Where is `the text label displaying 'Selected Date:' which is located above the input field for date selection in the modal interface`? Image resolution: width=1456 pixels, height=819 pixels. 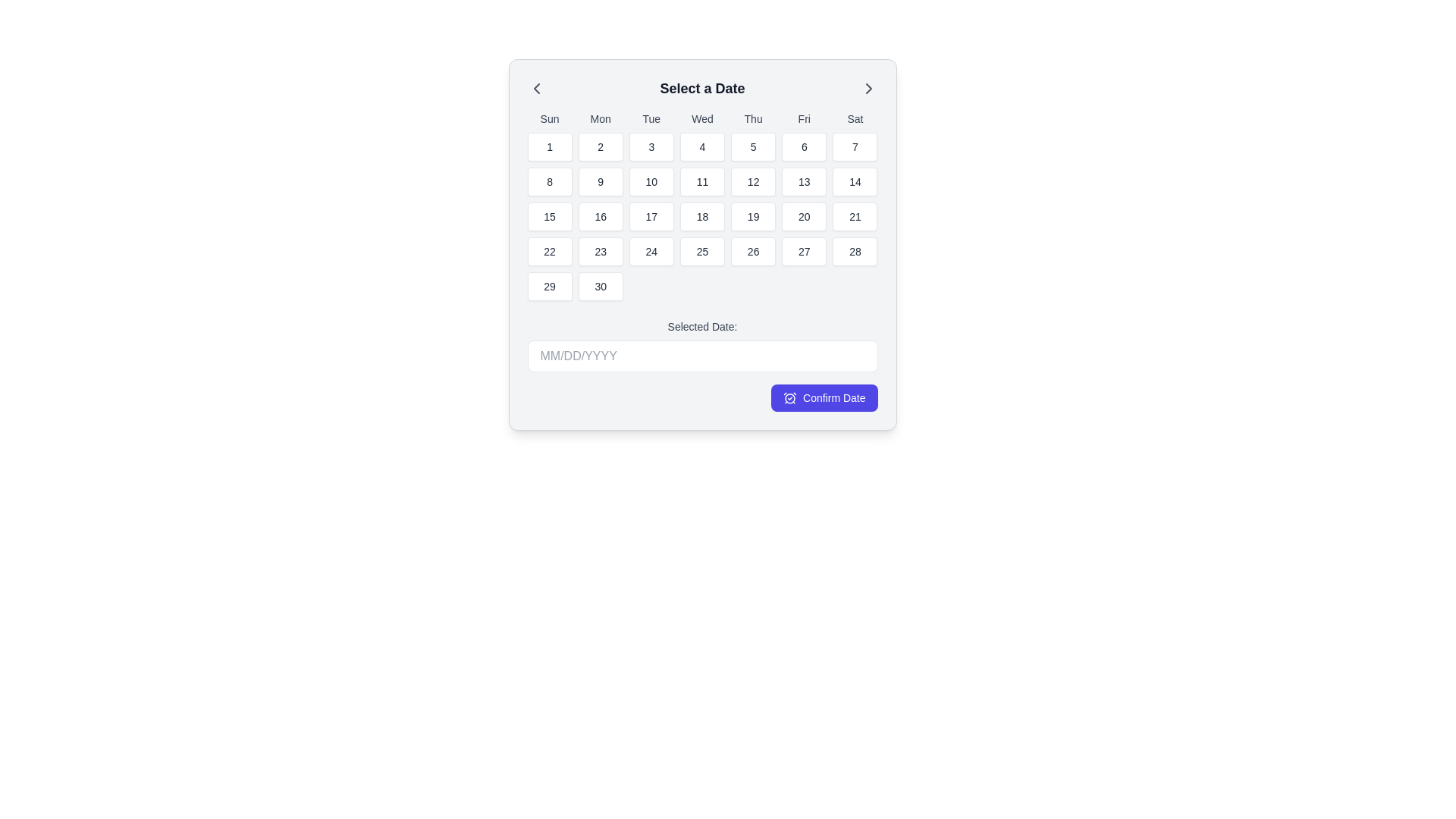 the text label displaying 'Selected Date:' which is located above the input field for date selection in the modal interface is located at coordinates (701, 326).